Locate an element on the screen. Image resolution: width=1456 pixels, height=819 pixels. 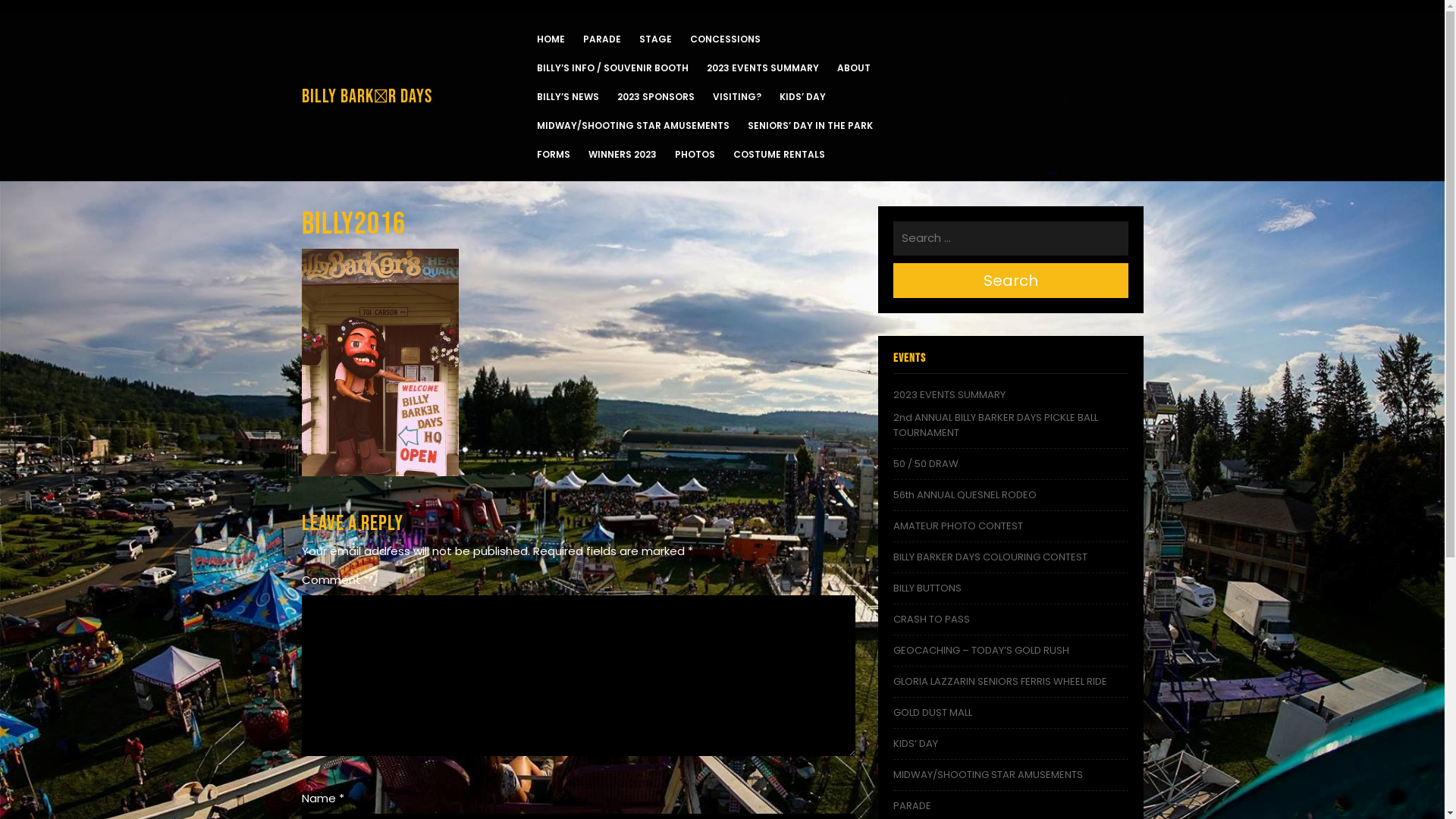
'BILLY BUTTONS' is located at coordinates (893, 587).